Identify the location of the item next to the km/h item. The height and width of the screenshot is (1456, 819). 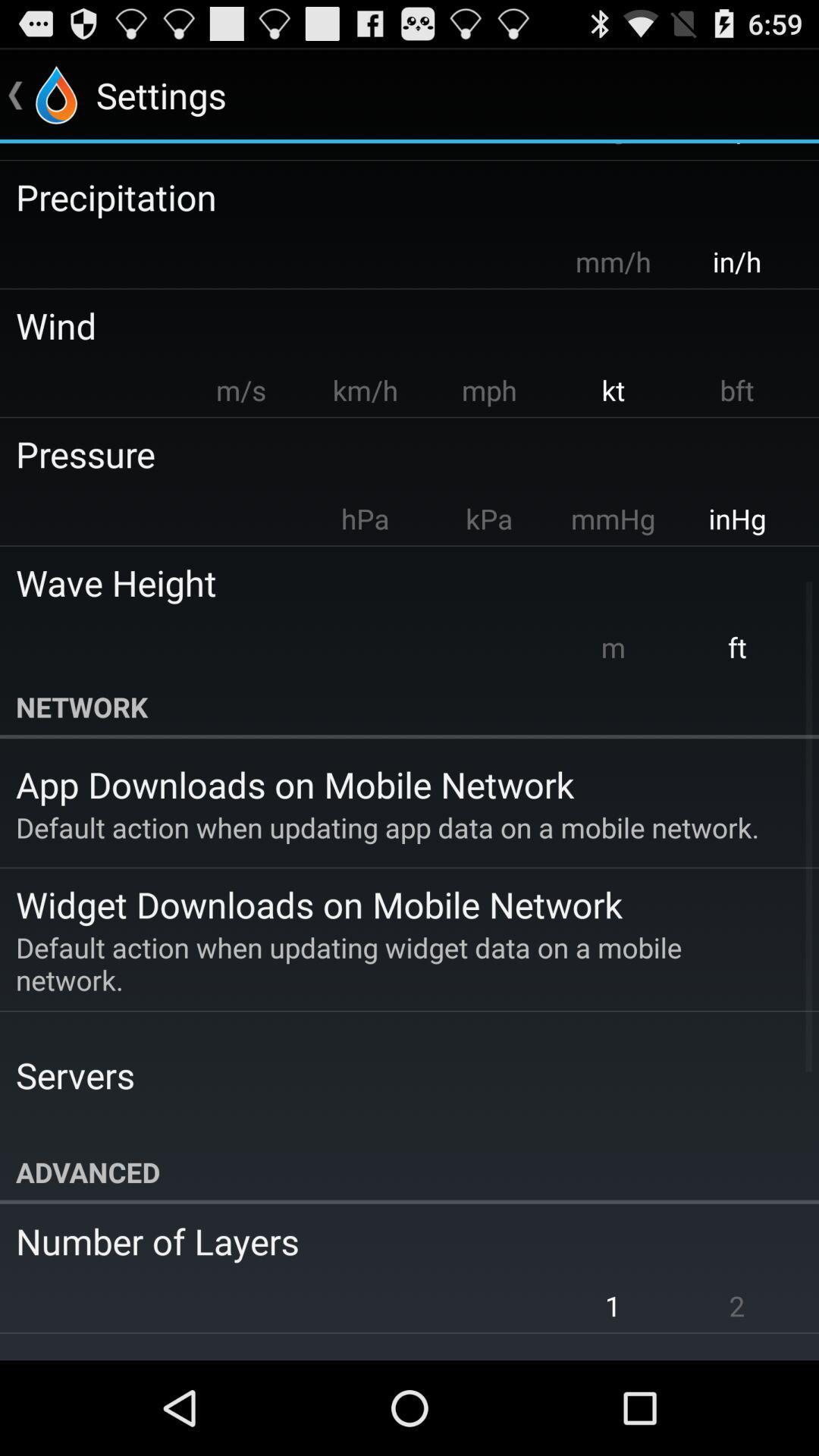
(240, 390).